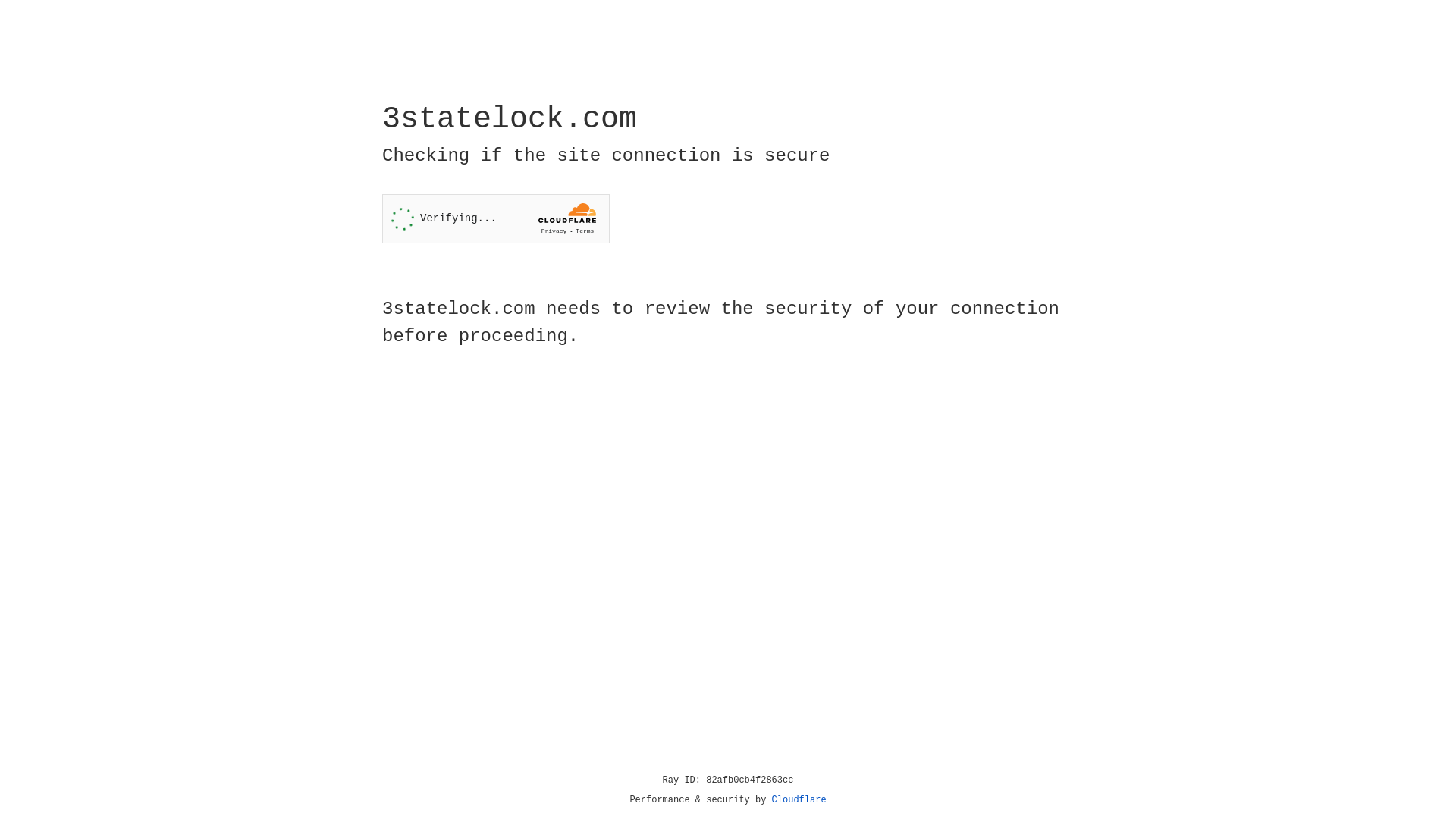  Describe the element at coordinates (799, 799) in the screenshot. I see `'Cloudflare'` at that location.